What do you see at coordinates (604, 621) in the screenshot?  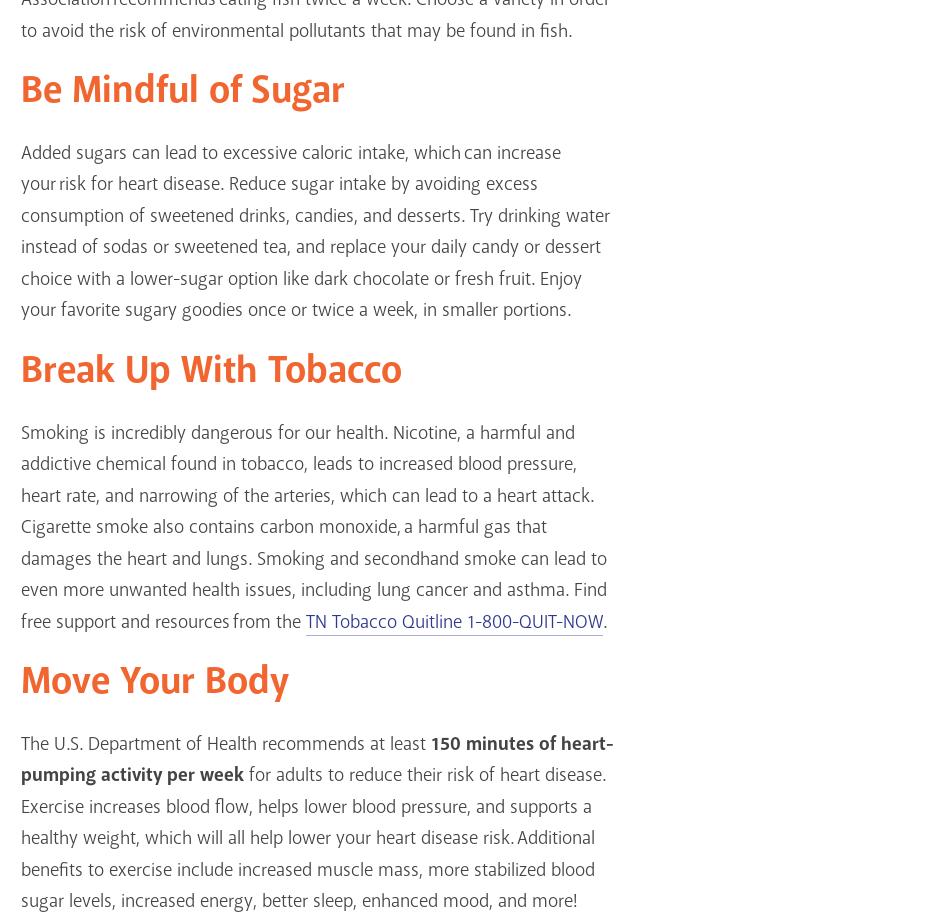 I see `'.'` at bounding box center [604, 621].